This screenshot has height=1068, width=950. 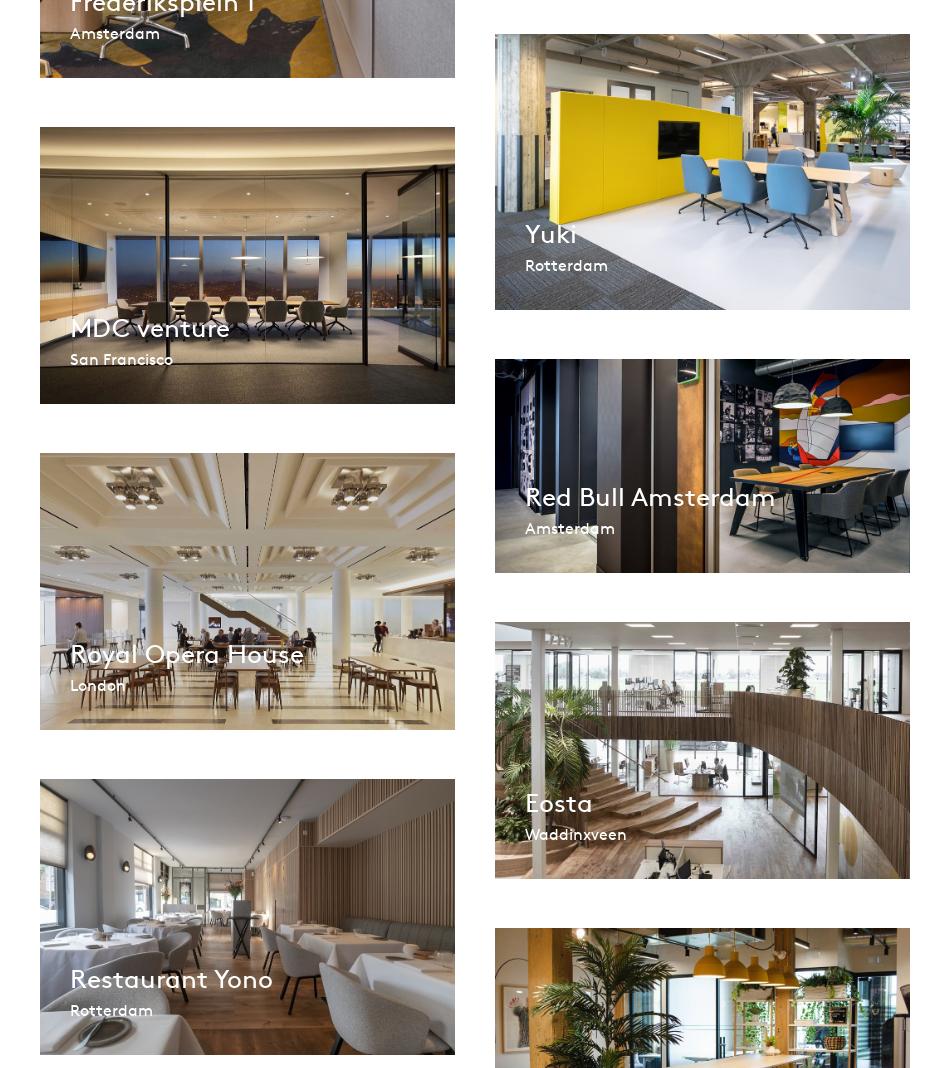 What do you see at coordinates (70, 326) in the screenshot?
I see `'MDC venture'` at bounding box center [70, 326].